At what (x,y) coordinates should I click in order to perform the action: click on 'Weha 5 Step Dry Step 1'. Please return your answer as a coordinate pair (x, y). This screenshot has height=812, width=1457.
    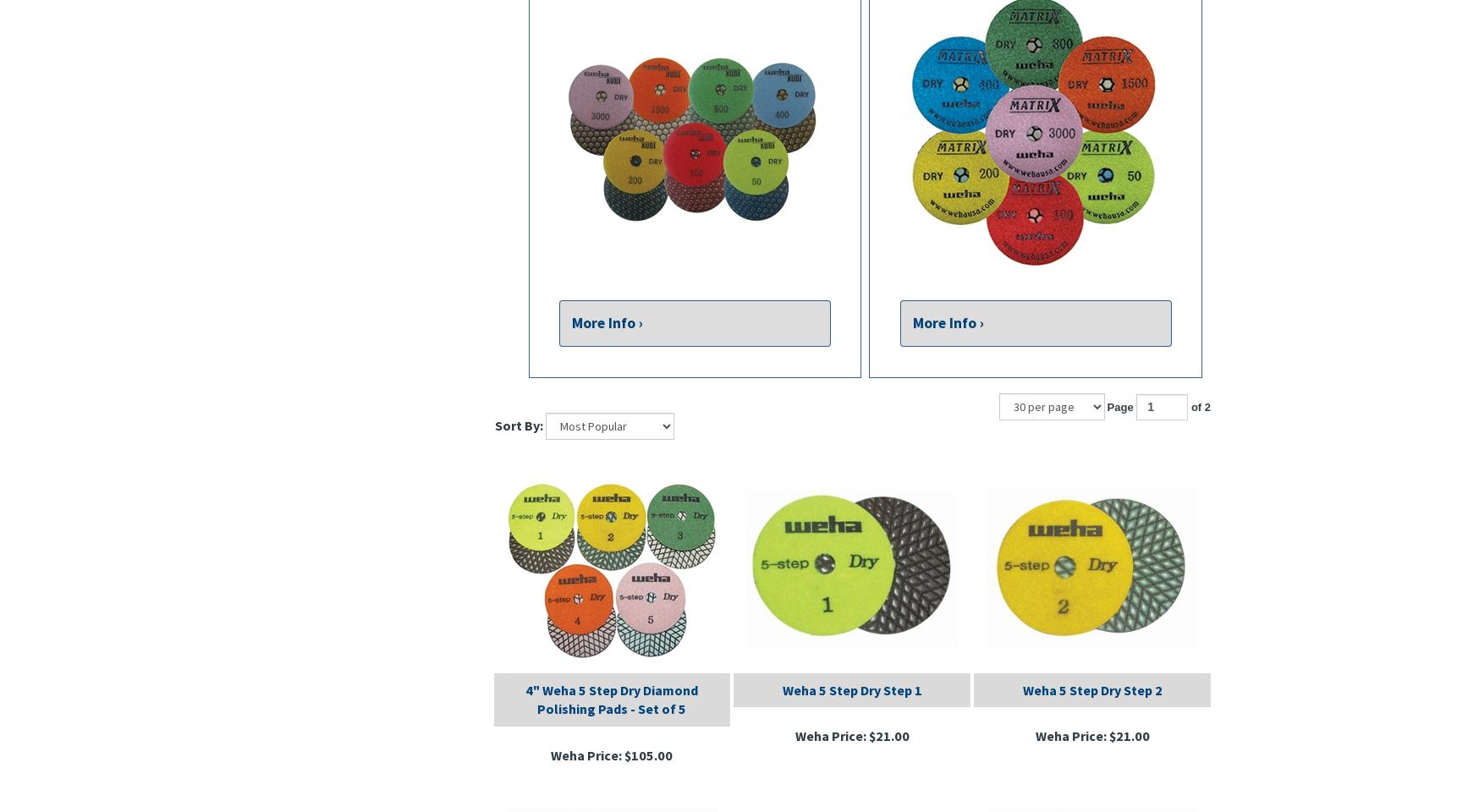
    Looking at the image, I should click on (781, 689).